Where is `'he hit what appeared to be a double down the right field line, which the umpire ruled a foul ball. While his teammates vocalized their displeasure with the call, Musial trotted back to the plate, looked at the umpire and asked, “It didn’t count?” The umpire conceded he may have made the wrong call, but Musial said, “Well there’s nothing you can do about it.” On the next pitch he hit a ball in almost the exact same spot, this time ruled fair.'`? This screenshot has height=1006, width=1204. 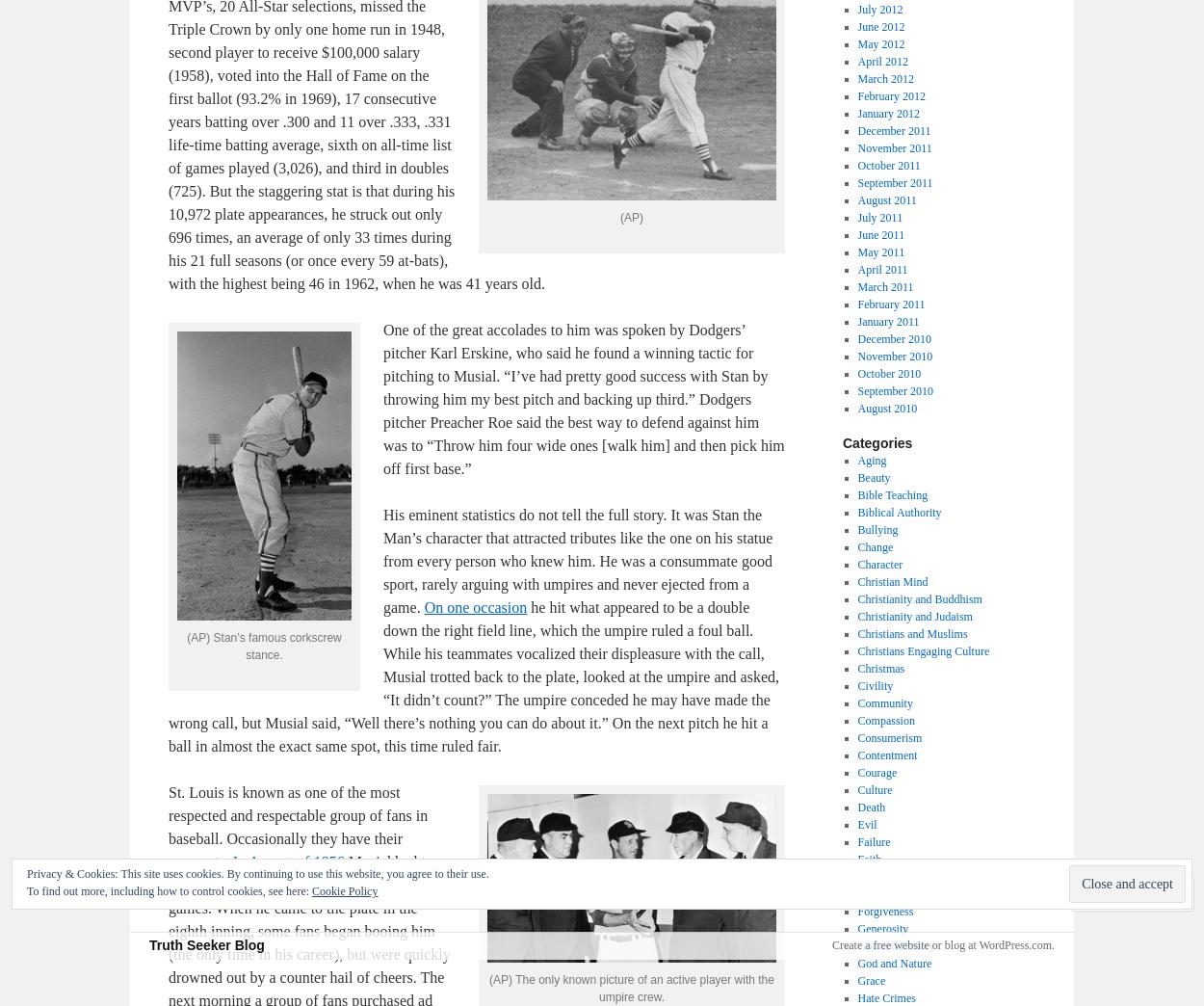
'he hit what appeared to be a double down the right field line, which the umpire ruled a foul ball. While his teammates vocalized their displeasure with the call, Musial trotted back to the plate, looked at the umpire and asked, “It didn’t count?” The umpire conceded he may have made the wrong call, but Musial said, “Well there’s nothing you can do about it.” On the next pitch he hit a ball in almost the exact same spot, this time ruled fair.' is located at coordinates (169, 675).